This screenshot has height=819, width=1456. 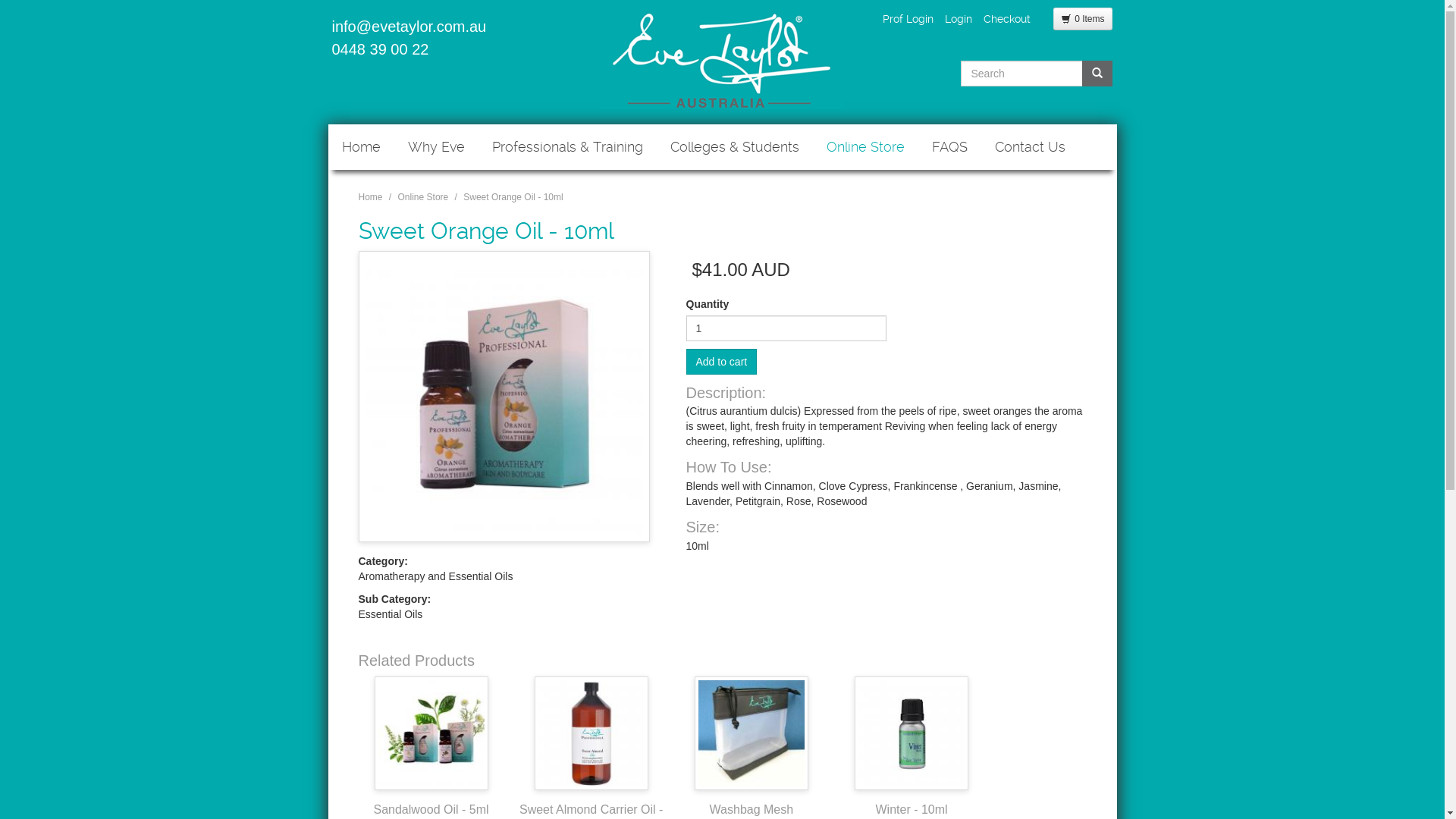 I want to click on 'Search', so click(x=1113, y=87).